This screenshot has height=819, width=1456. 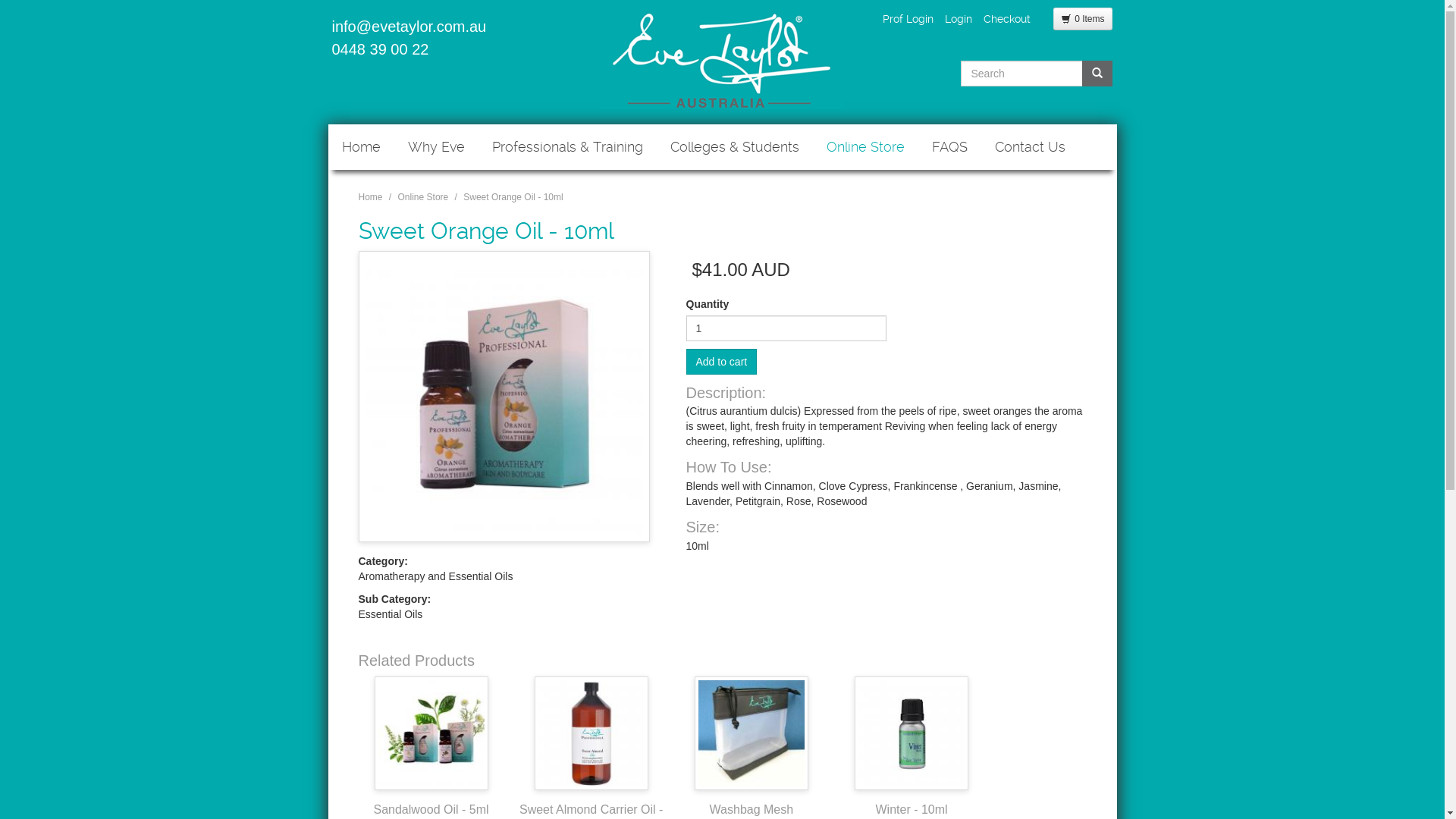 I want to click on 'Search', so click(x=1113, y=87).